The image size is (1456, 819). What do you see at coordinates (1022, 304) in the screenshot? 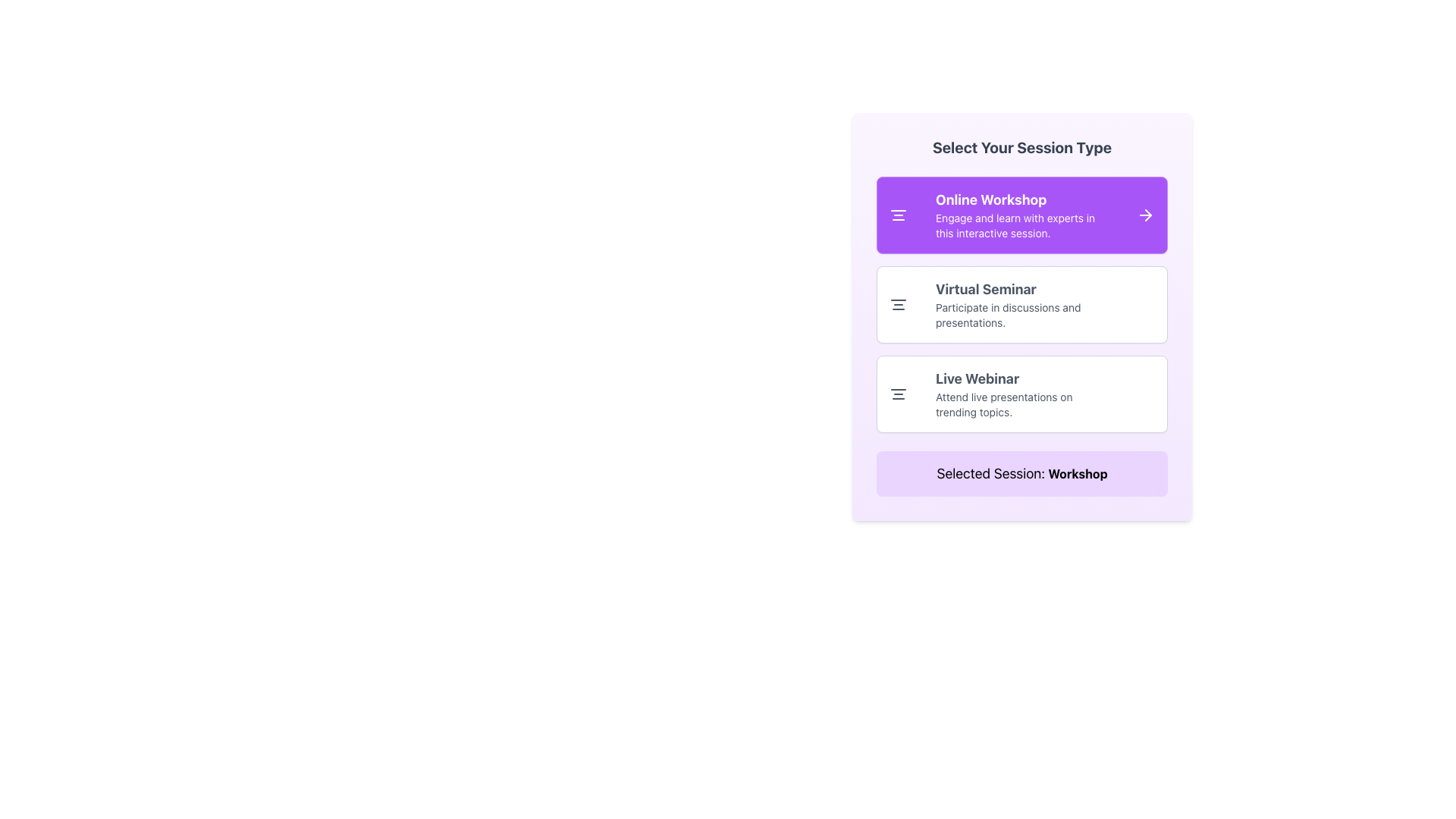
I see `one of the options in the interactive session selection menu located below the title 'Select Your Session Type'` at bounding box center [1022, 304].